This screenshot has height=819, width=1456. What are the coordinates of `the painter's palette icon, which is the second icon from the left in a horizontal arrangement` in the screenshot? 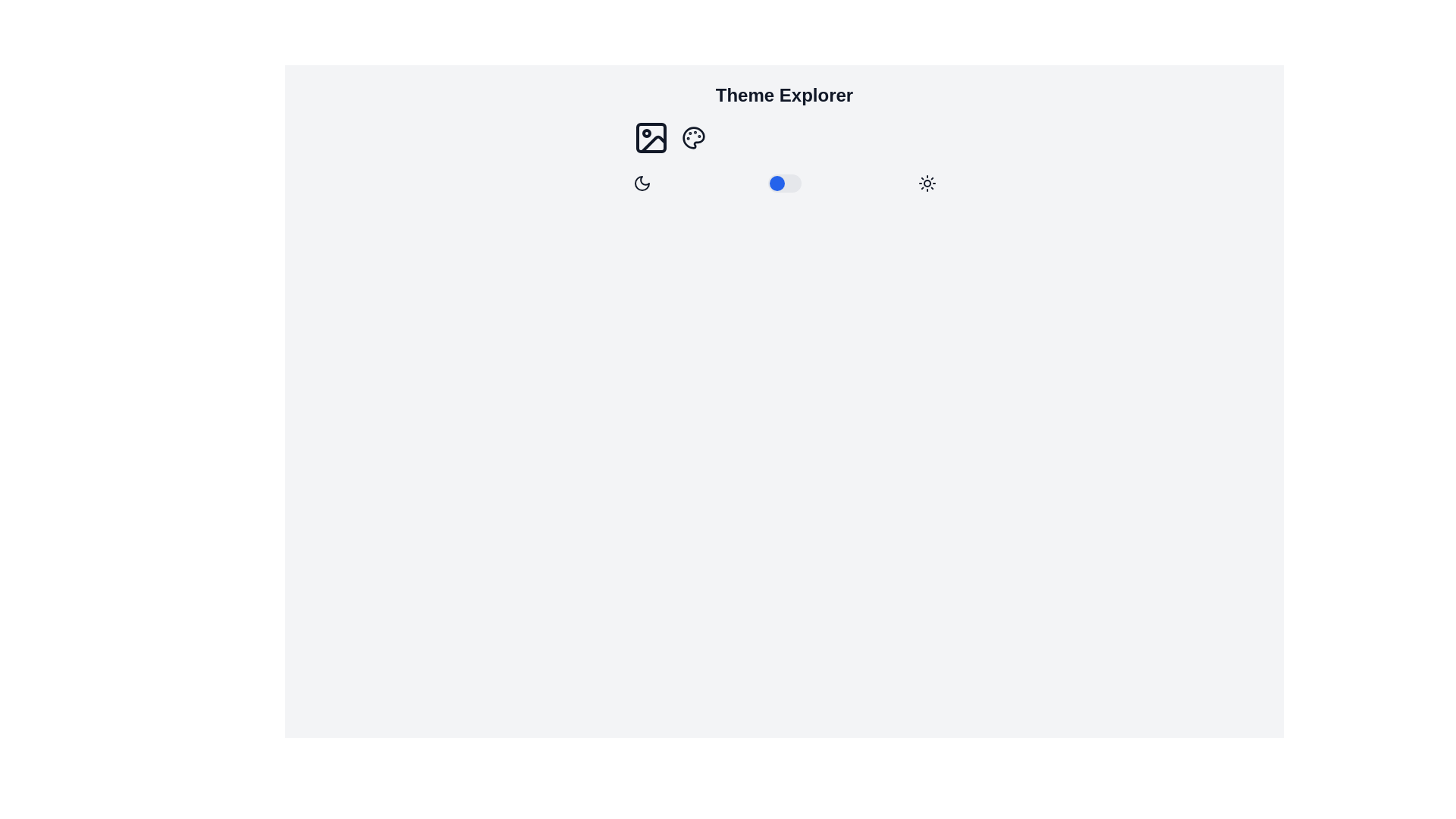 It's located at (692, 137).